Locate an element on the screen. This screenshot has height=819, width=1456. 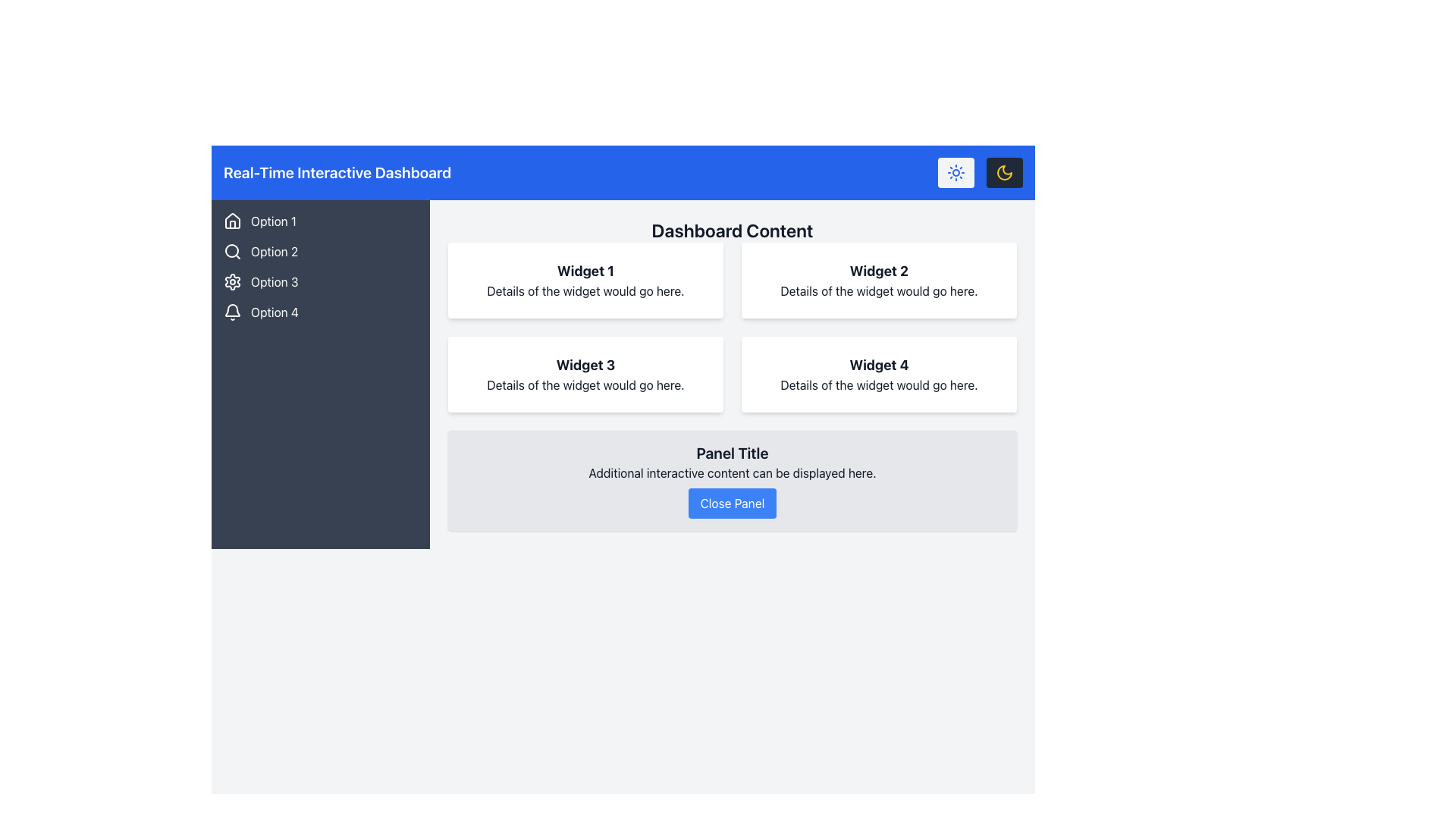
the text block that provides contextual information for 'Widget 4', located beneath the title in the top-right section of the dashboard is located at coordinates (879, 384).